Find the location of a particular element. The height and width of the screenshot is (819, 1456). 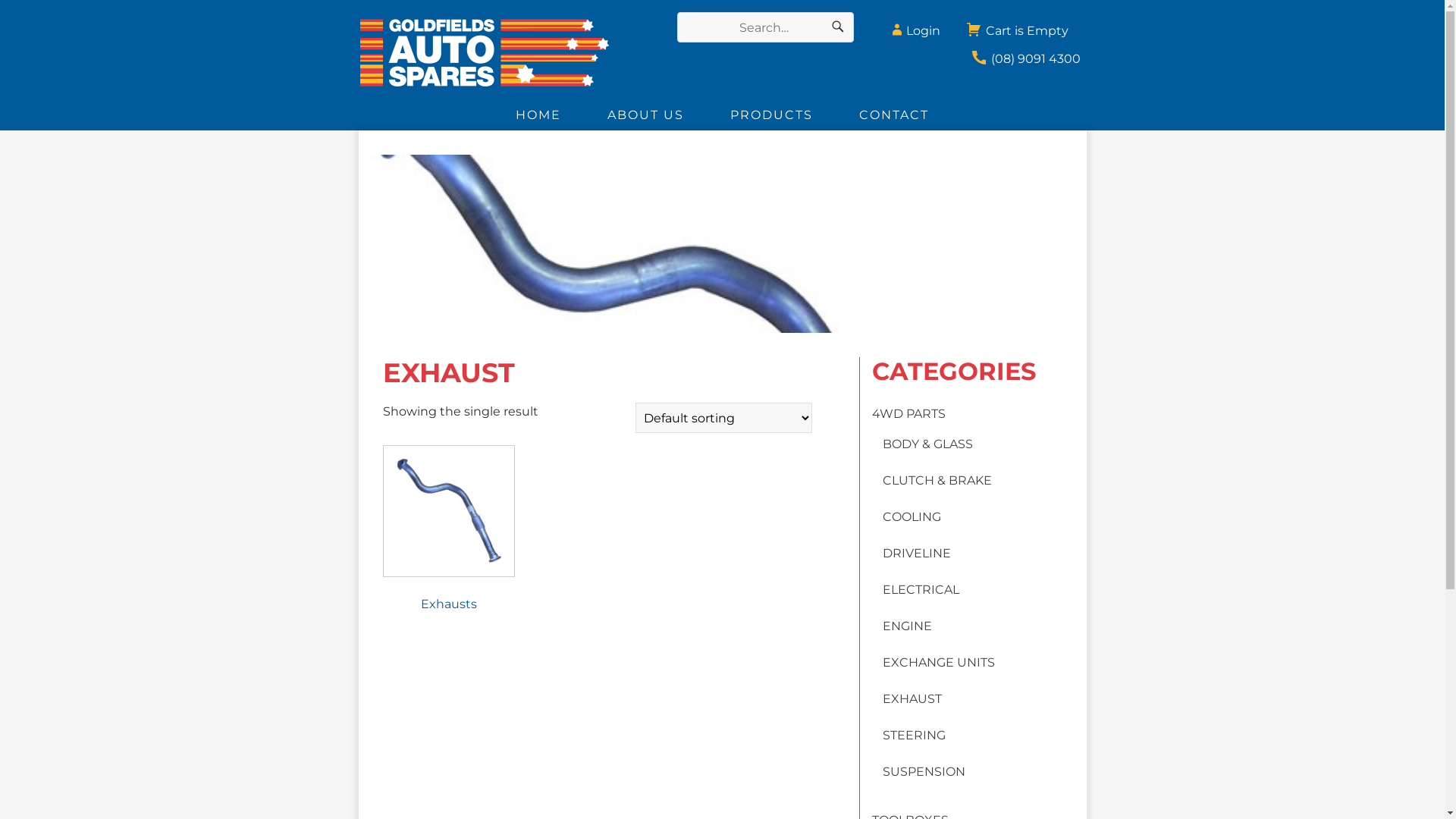

'STEERING' is located at coordinates (913, 734).